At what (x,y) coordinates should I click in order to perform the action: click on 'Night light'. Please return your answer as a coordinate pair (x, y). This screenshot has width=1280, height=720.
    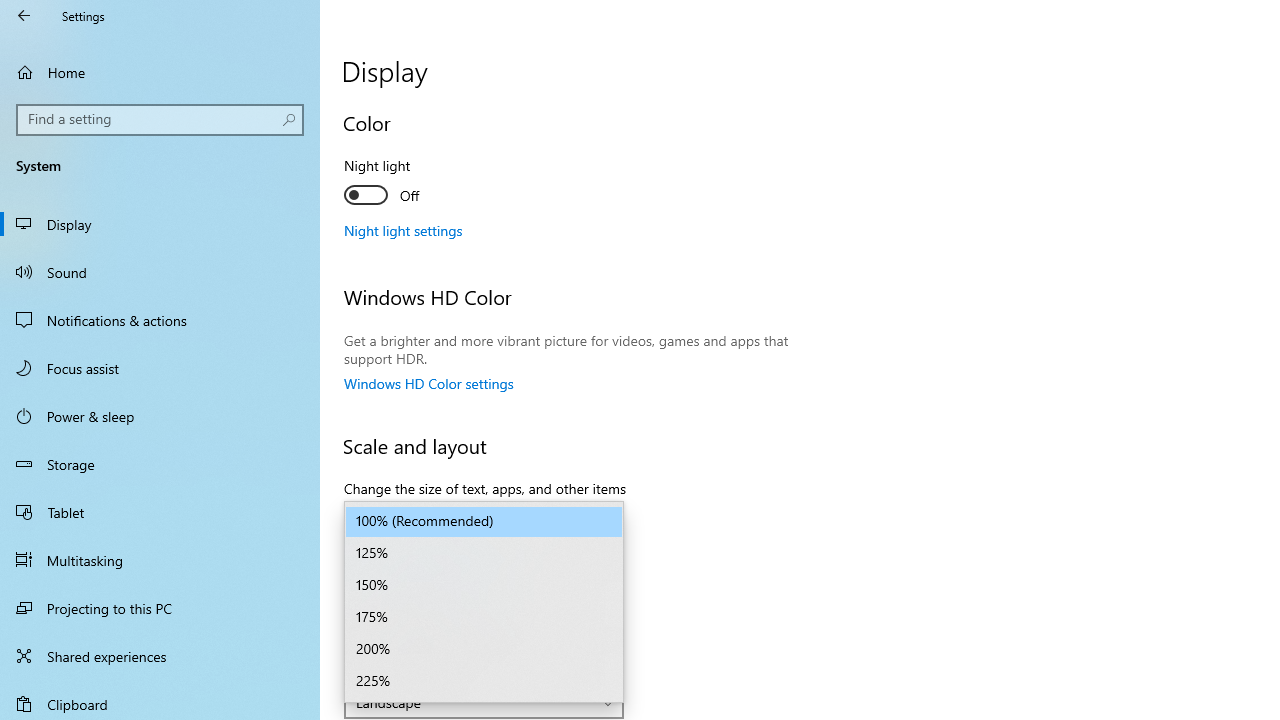
    Looking at the image, I should click on (416, 183).